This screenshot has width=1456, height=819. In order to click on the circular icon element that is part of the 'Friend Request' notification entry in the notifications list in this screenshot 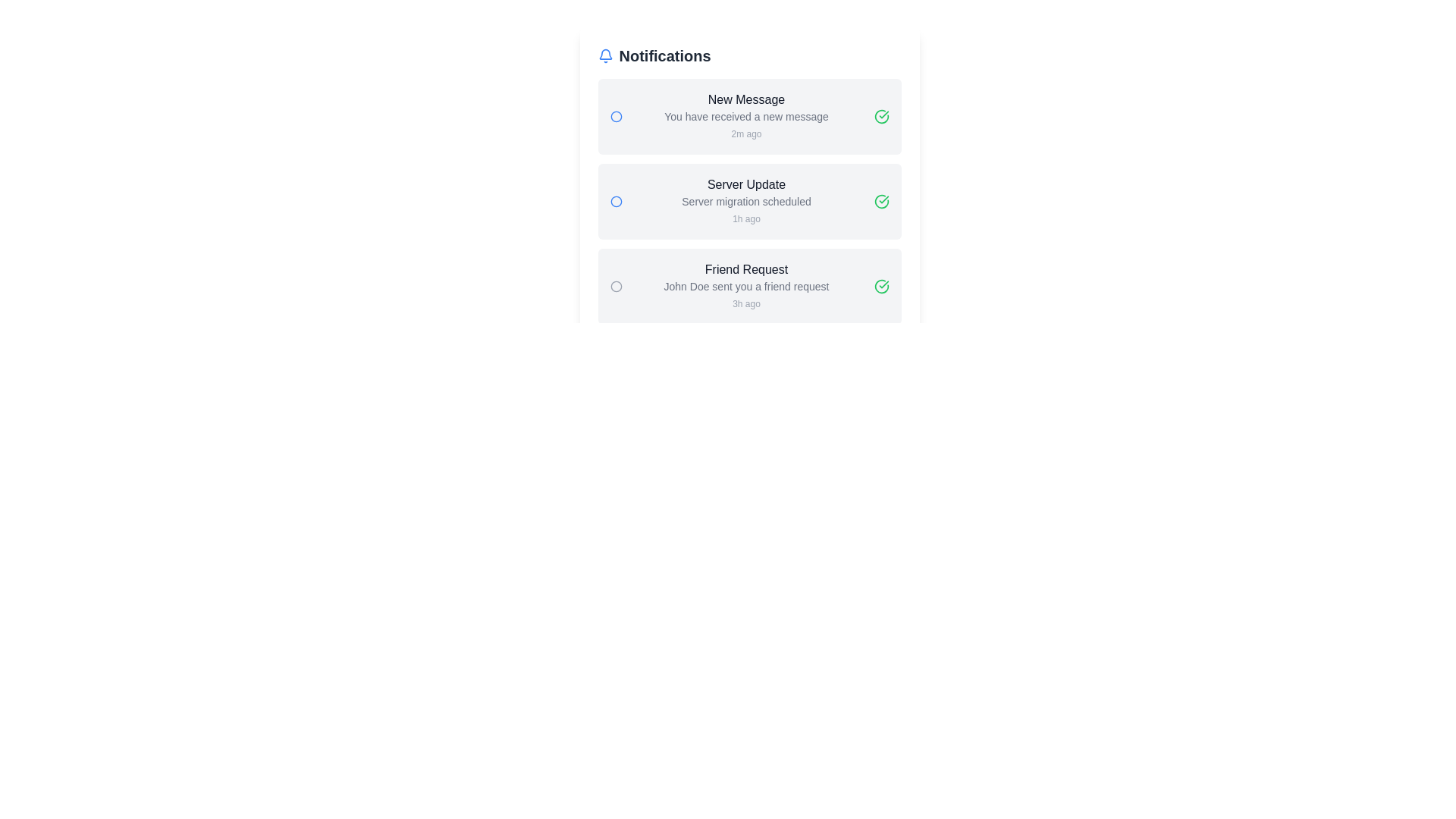, I will do `click(881, 287)`.